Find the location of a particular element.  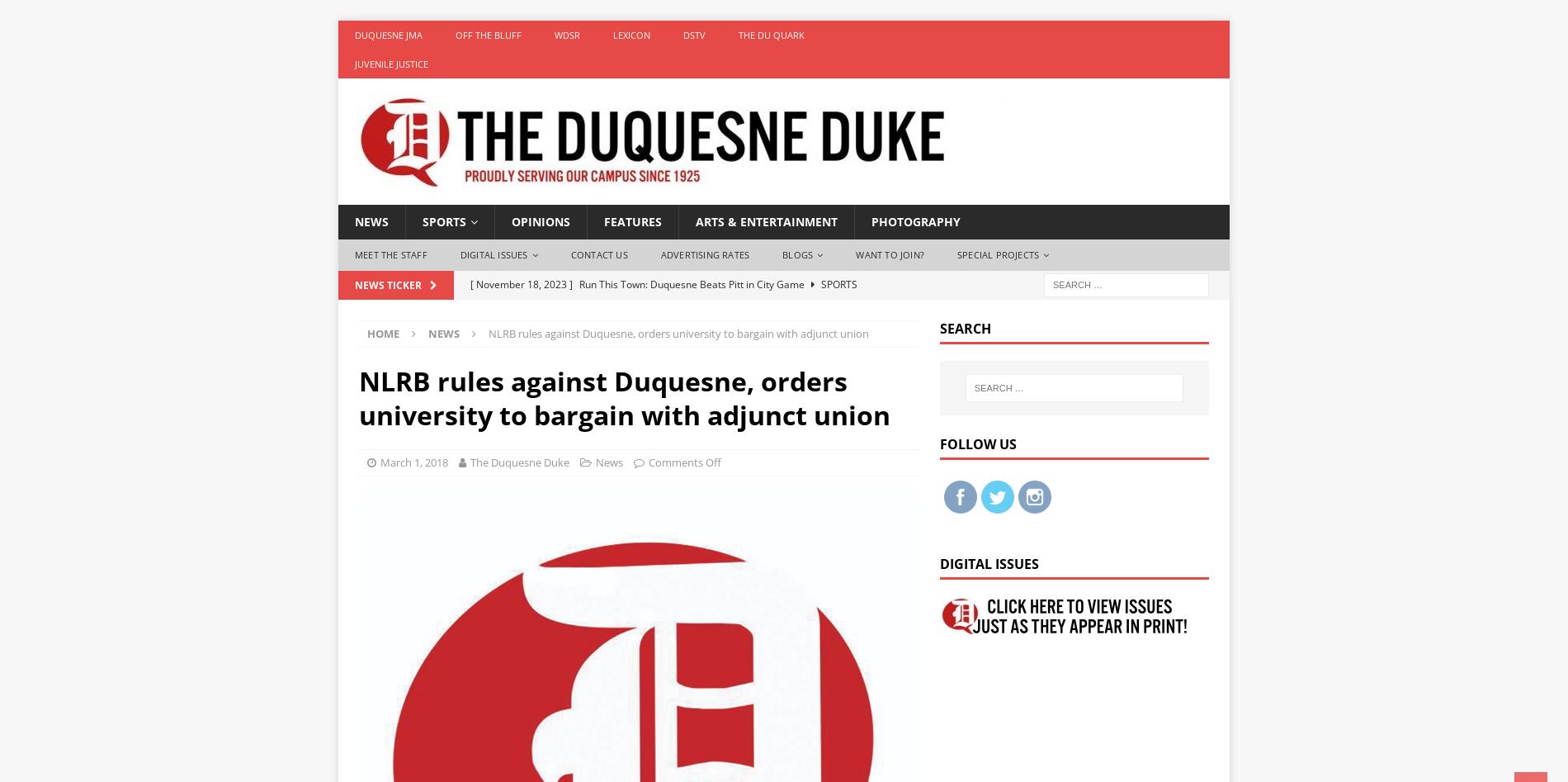

'Follow us' is located at coordinates (977, 443).